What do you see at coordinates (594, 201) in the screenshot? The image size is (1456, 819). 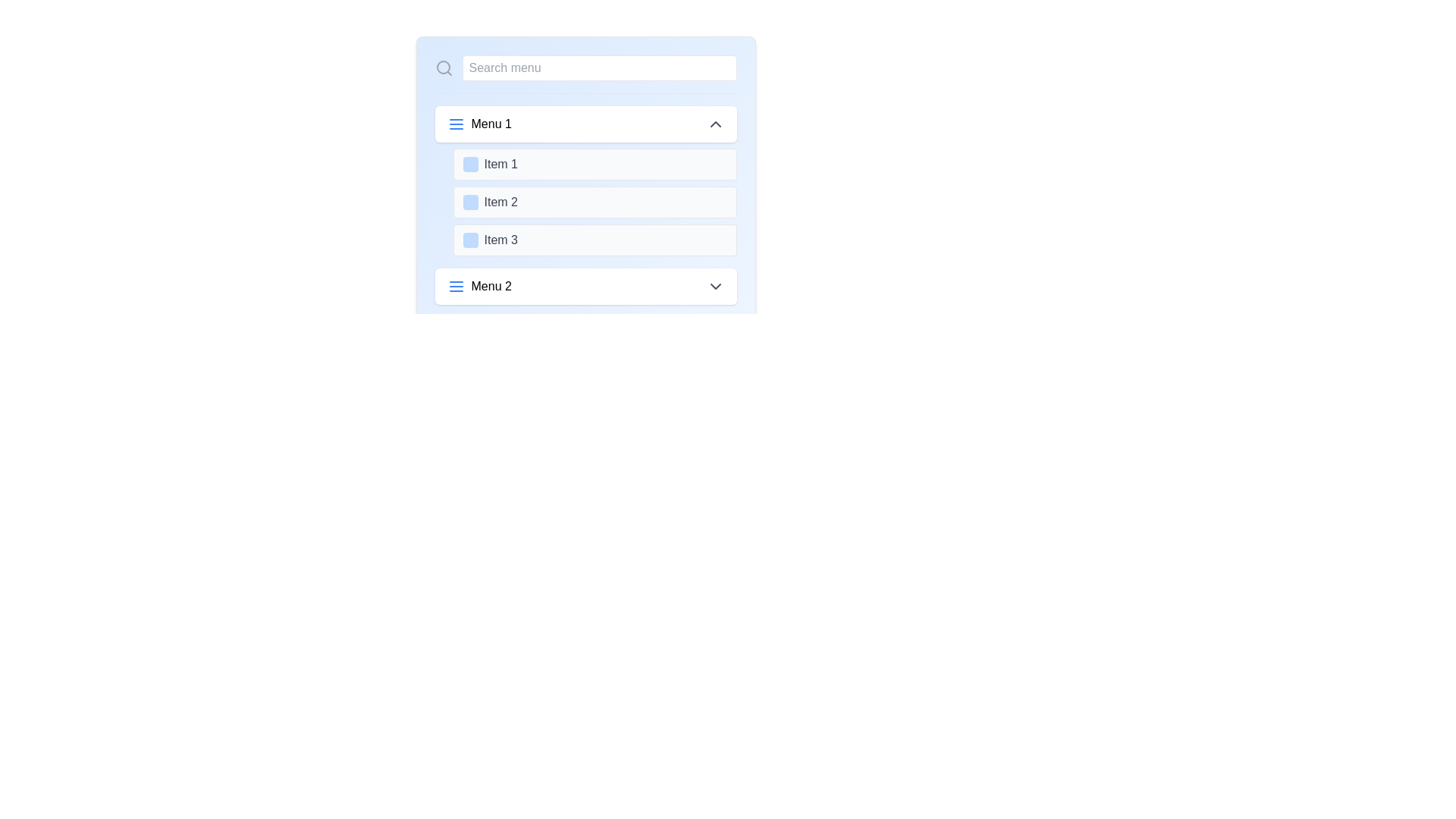 I see `the second item in the 'Menu 1' list` at bounding box center [594, 201].